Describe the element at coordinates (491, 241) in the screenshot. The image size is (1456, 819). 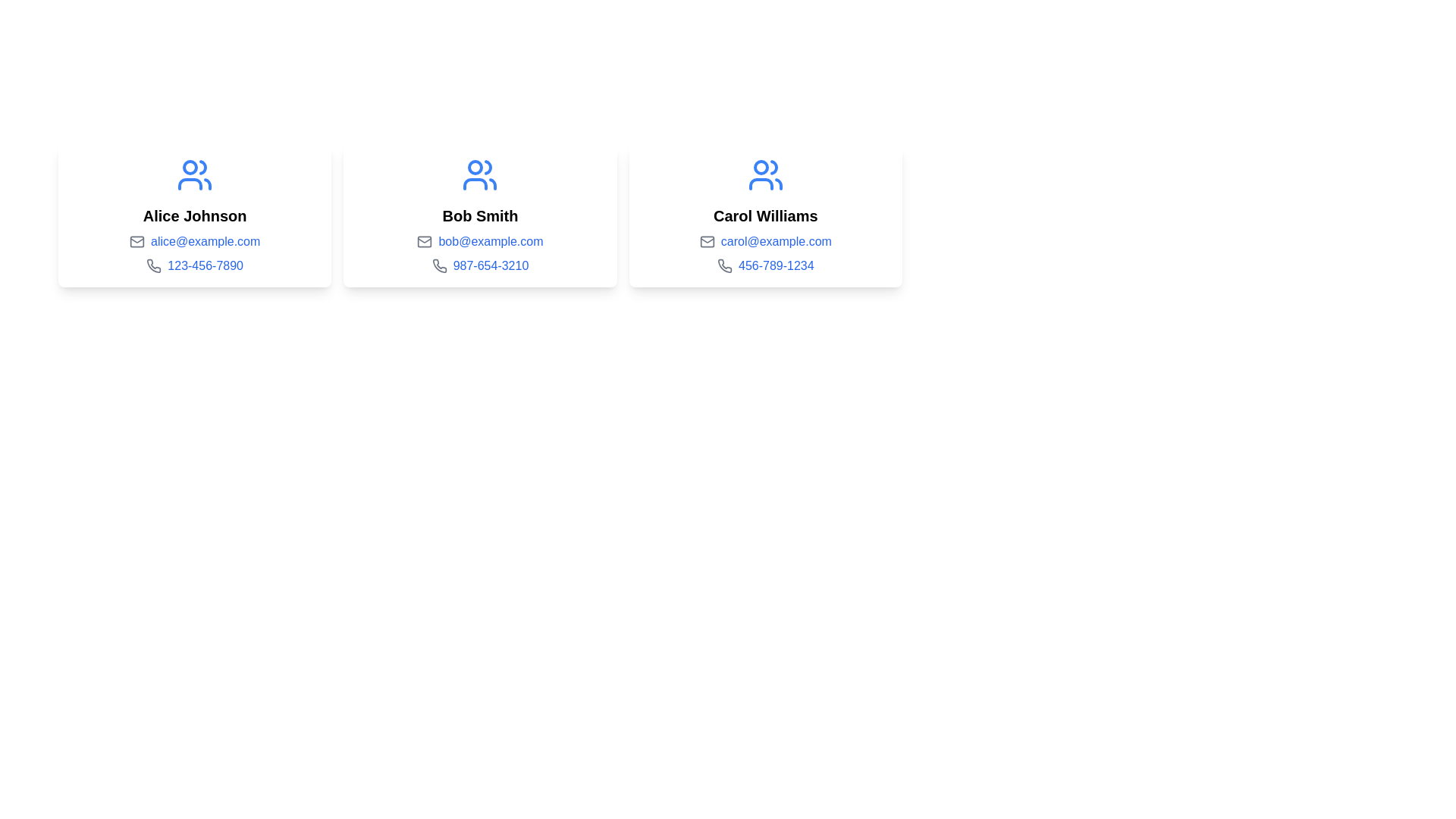
I see `the hyperlink displaying the email address 'bob@example.com'` at that location.